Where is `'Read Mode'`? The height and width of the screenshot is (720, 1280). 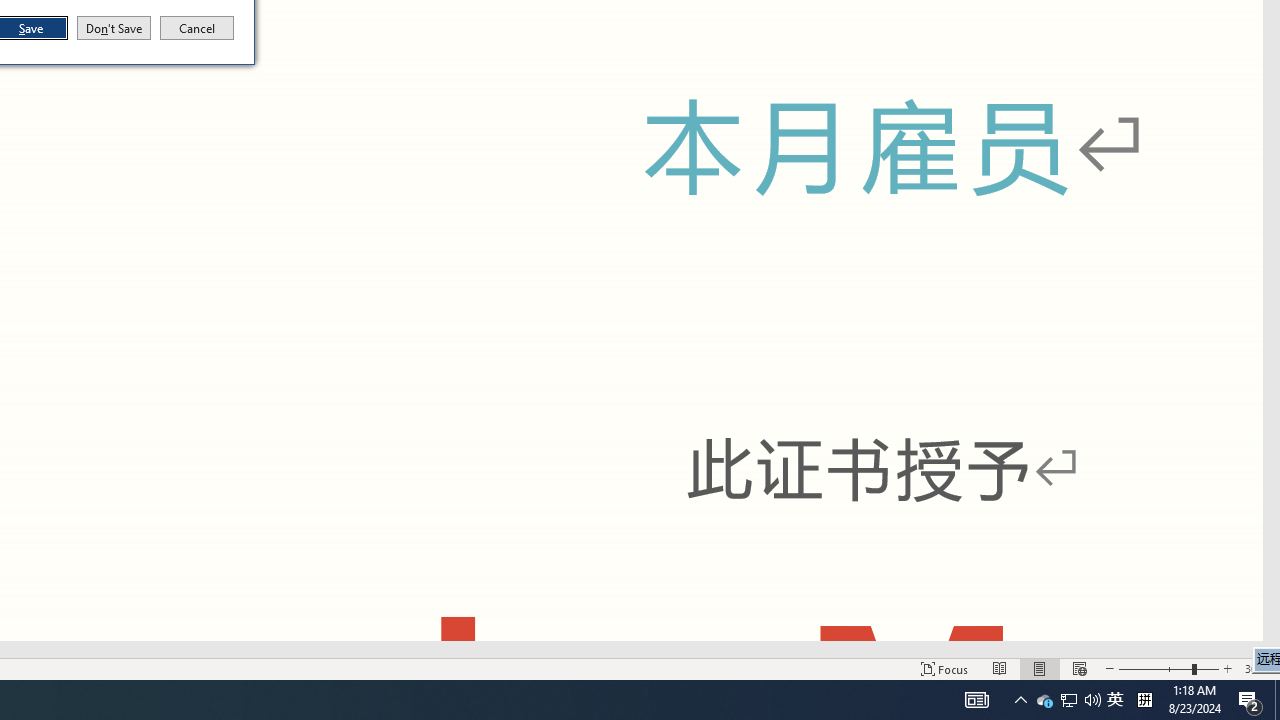
'Read Mode' is located at coordinates (1000, 669).